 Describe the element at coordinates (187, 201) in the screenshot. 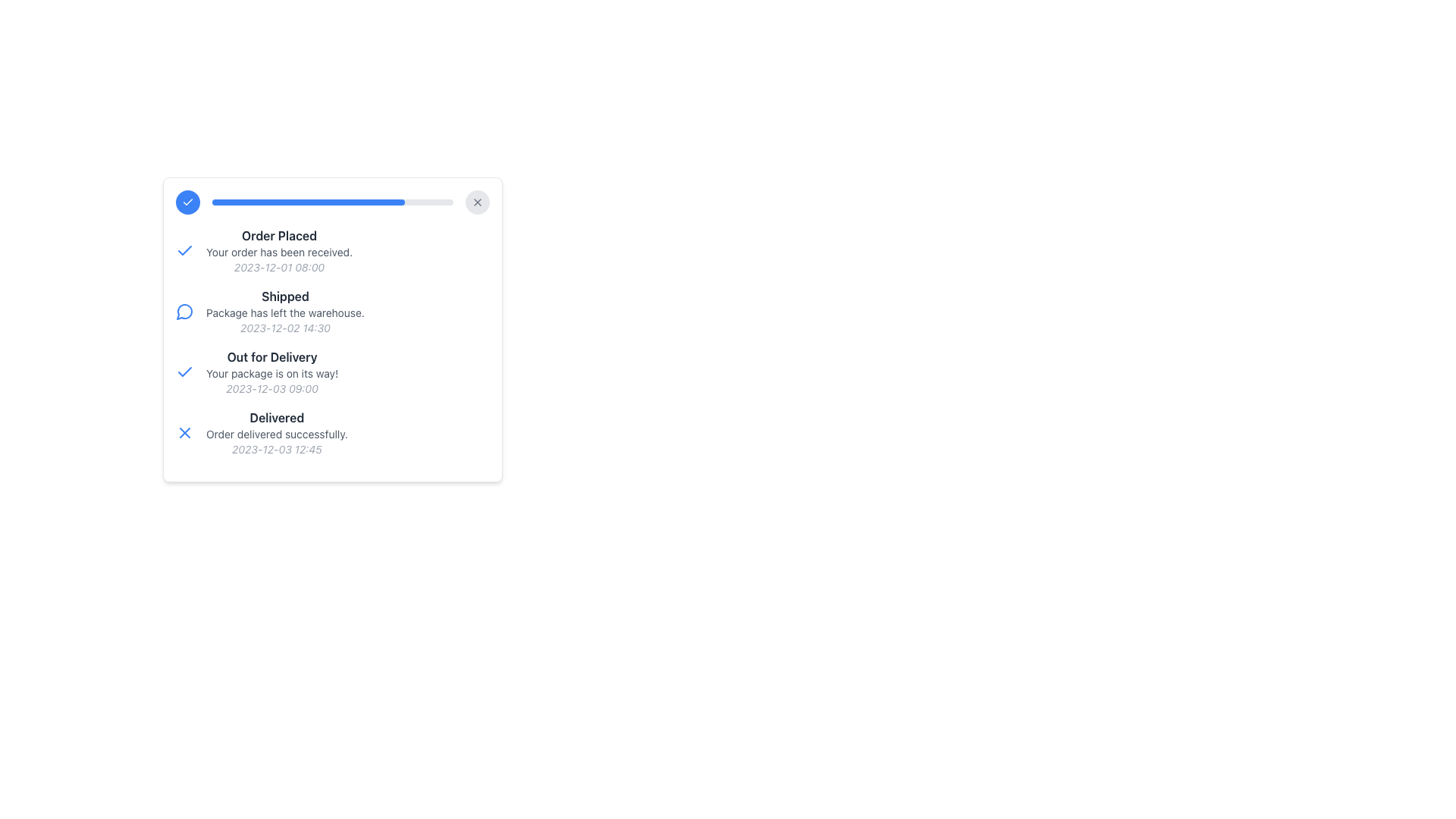

I see `the checkmark icon inside the small circular button with a light blue background located at the top left of the delivery progress card` at that location.